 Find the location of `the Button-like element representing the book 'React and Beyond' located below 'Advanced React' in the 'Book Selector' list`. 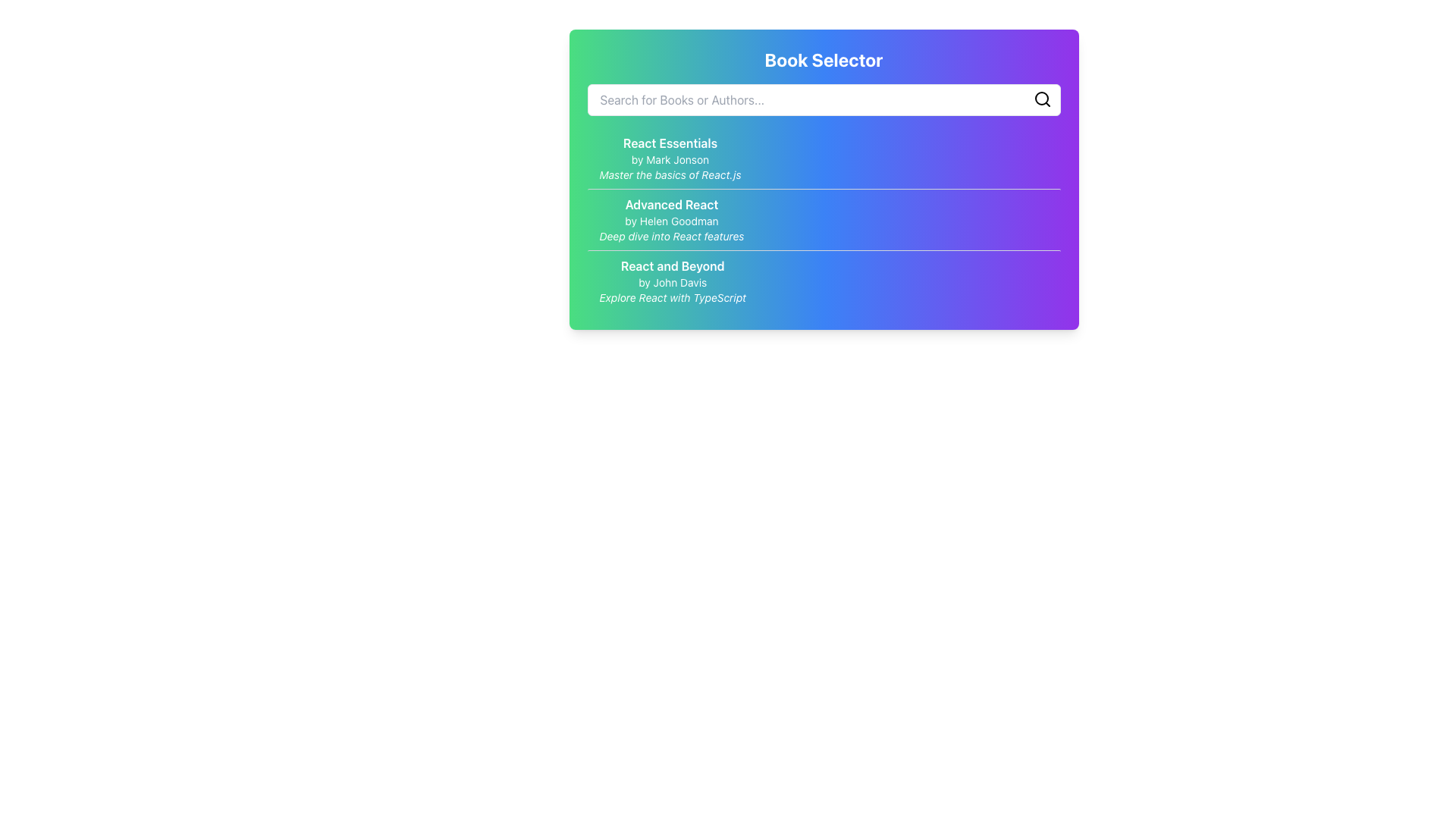

the Button-like element representing the book 'React and Beyond' located below 'Advanced React' in the 'Book Selector' list is located at coordinates (823, 281).